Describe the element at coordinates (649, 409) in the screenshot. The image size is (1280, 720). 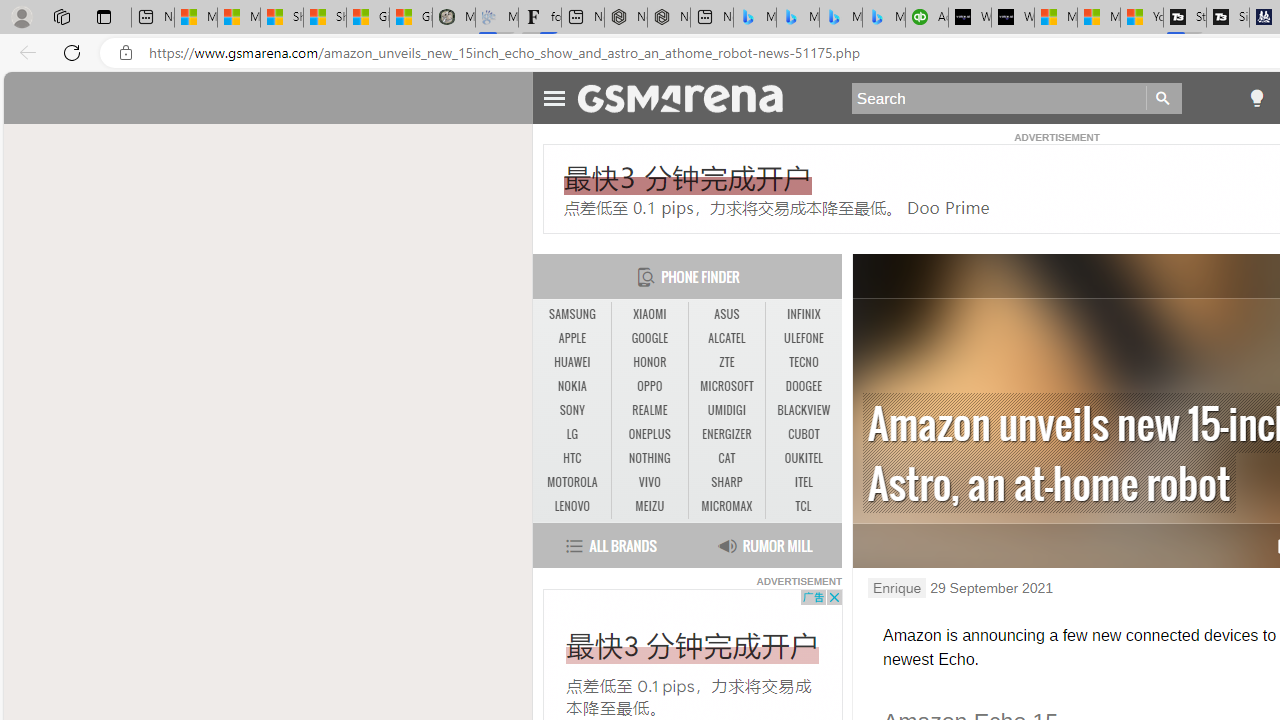
I see `'REALME'` at that location.